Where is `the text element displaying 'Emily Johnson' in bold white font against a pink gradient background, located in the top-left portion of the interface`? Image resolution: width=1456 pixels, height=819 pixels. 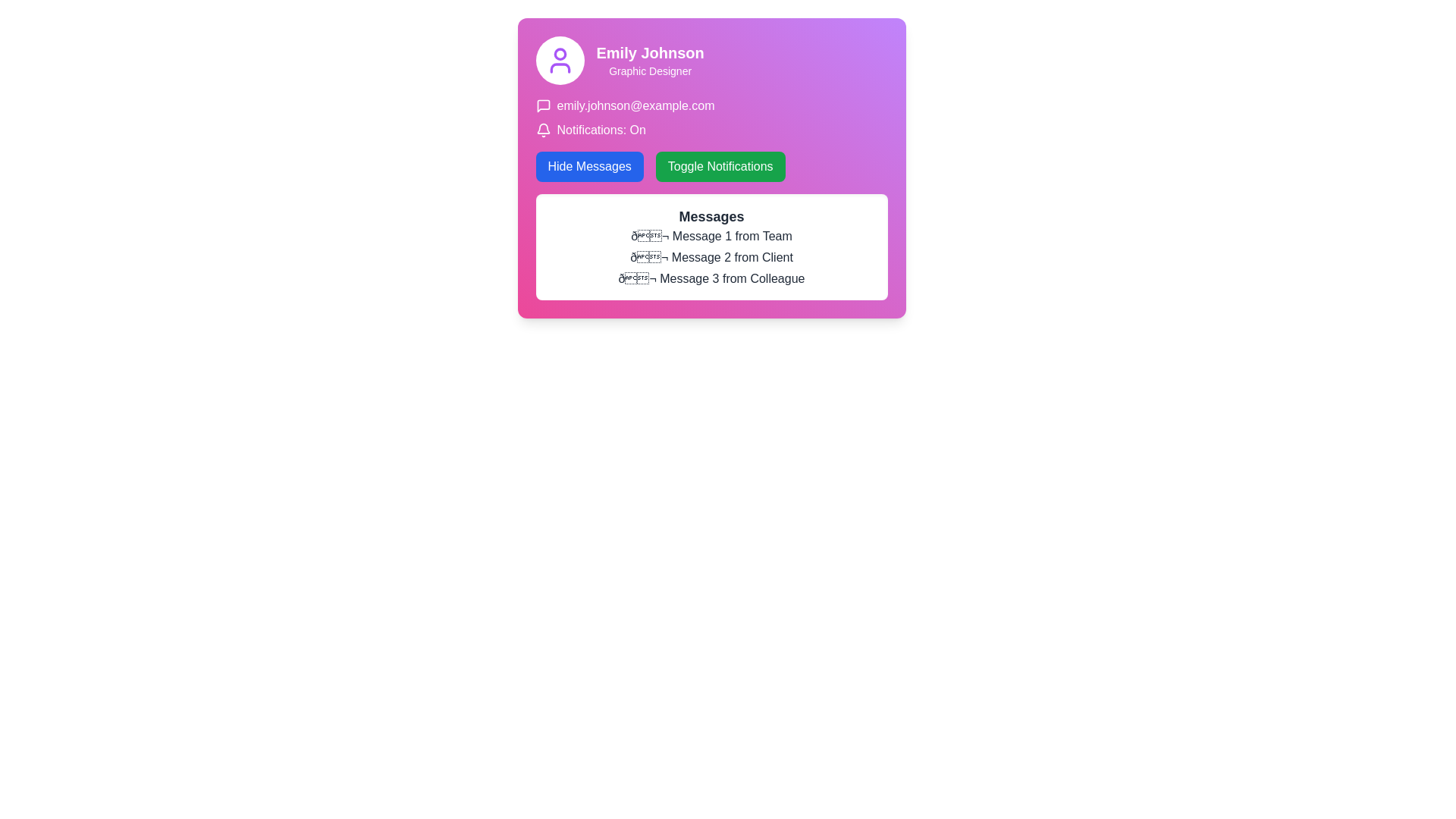
the text element displaying 'Emily Johnson' in bold white font against a pink gradient background, located in the top-left portion of the interface is located at coordinates (650, 52).